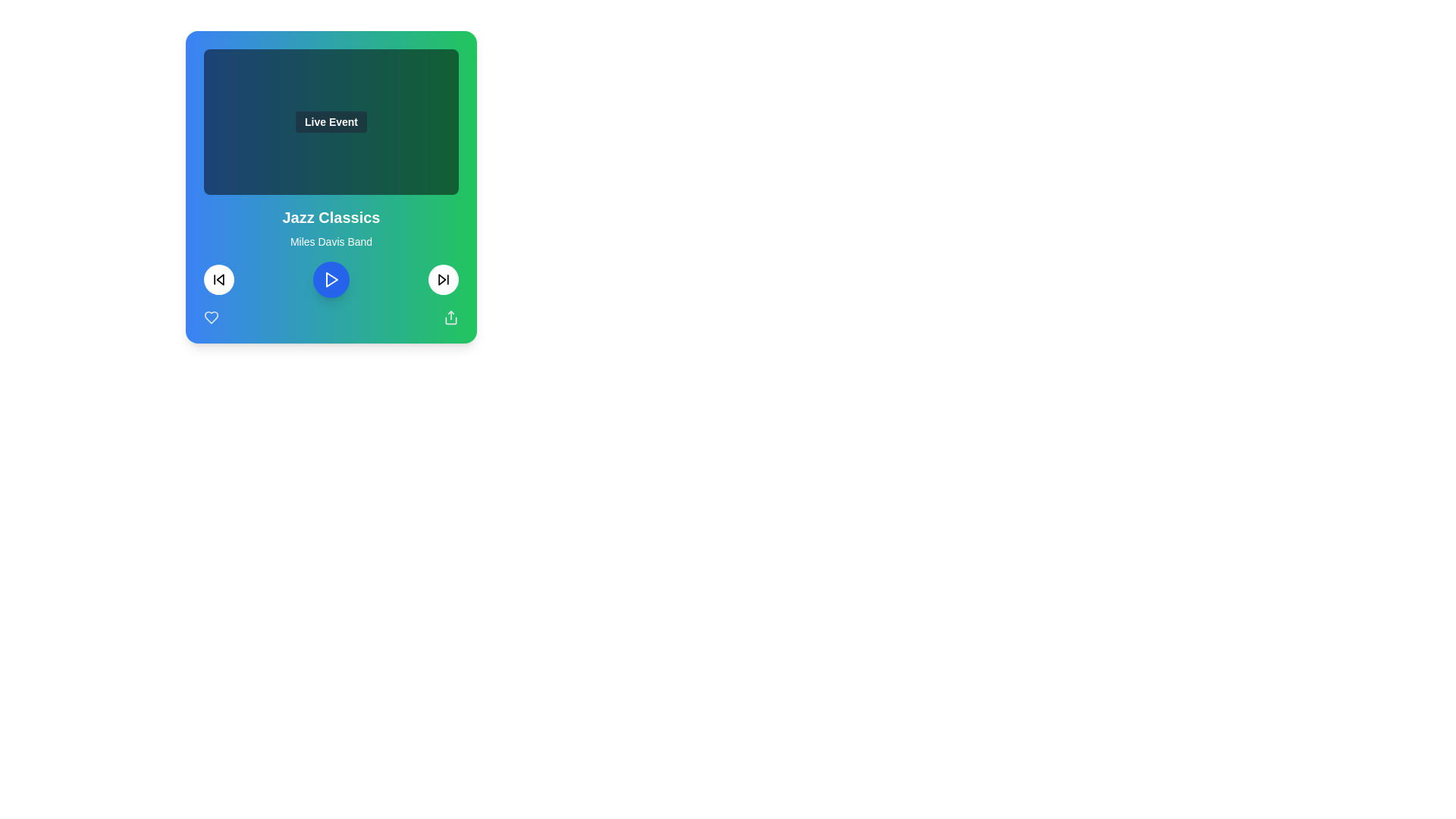 Image resolution: width=1456 pixels, height=819 pixels. Describe the element at coordinates (330, 217) in the screenshot. I see `text displayed in the bold, large 'Jazz Classics' label positioned above 'Miles Davis Band' in the music card interface` at that location.